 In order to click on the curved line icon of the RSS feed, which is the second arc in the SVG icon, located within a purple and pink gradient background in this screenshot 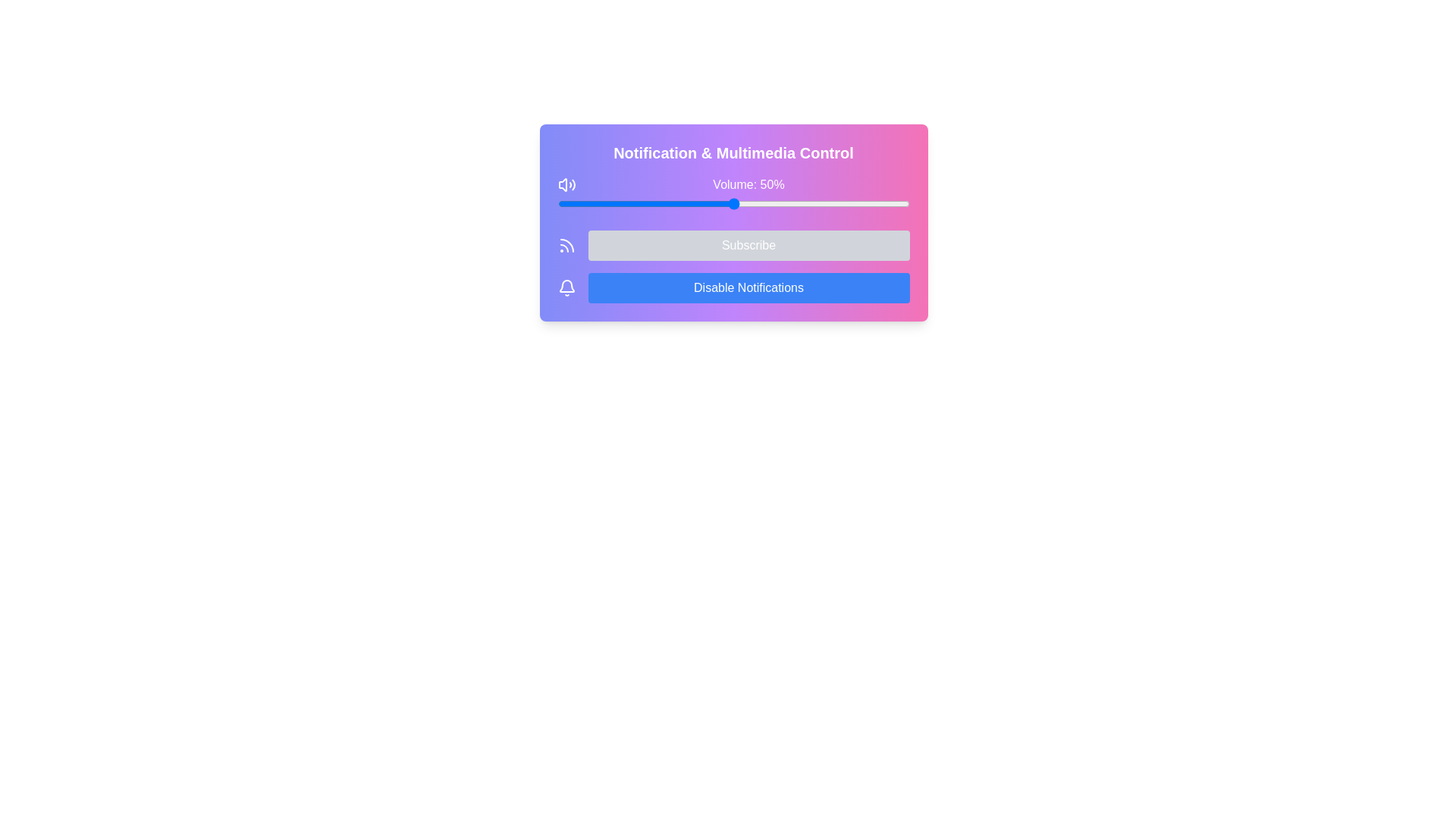, I will do `click(566, 245)`.